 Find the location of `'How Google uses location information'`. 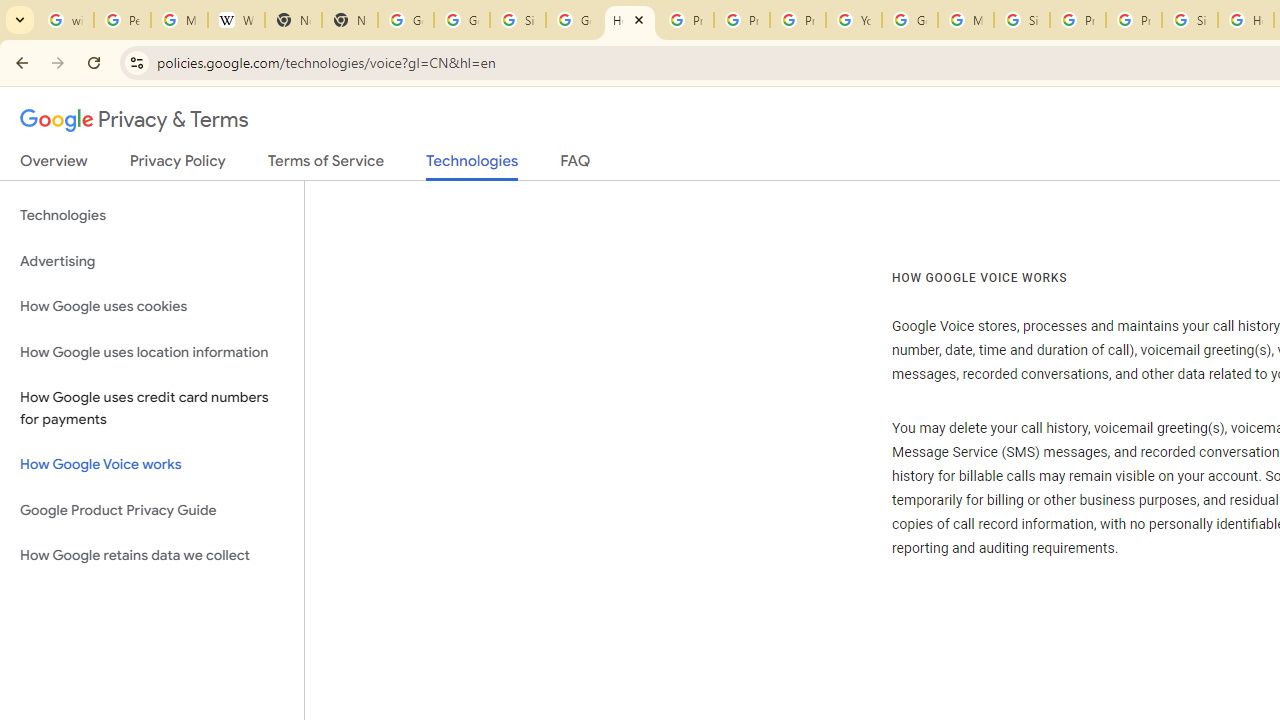

'How Google uses location information' is located at coordinates (151, 351).